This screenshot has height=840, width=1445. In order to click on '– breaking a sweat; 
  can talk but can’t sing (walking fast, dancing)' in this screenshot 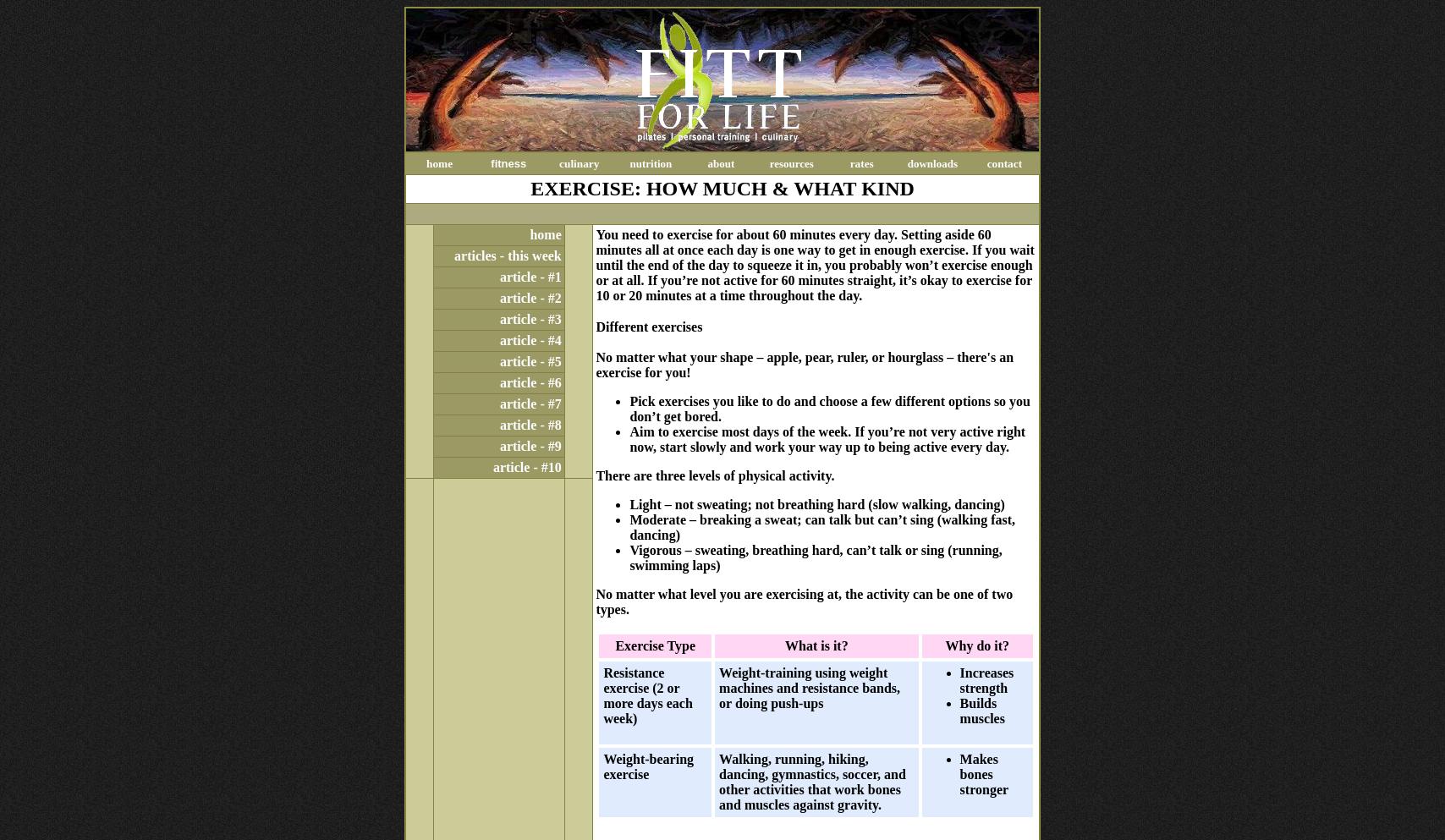, I will do `click(821, 526)`.